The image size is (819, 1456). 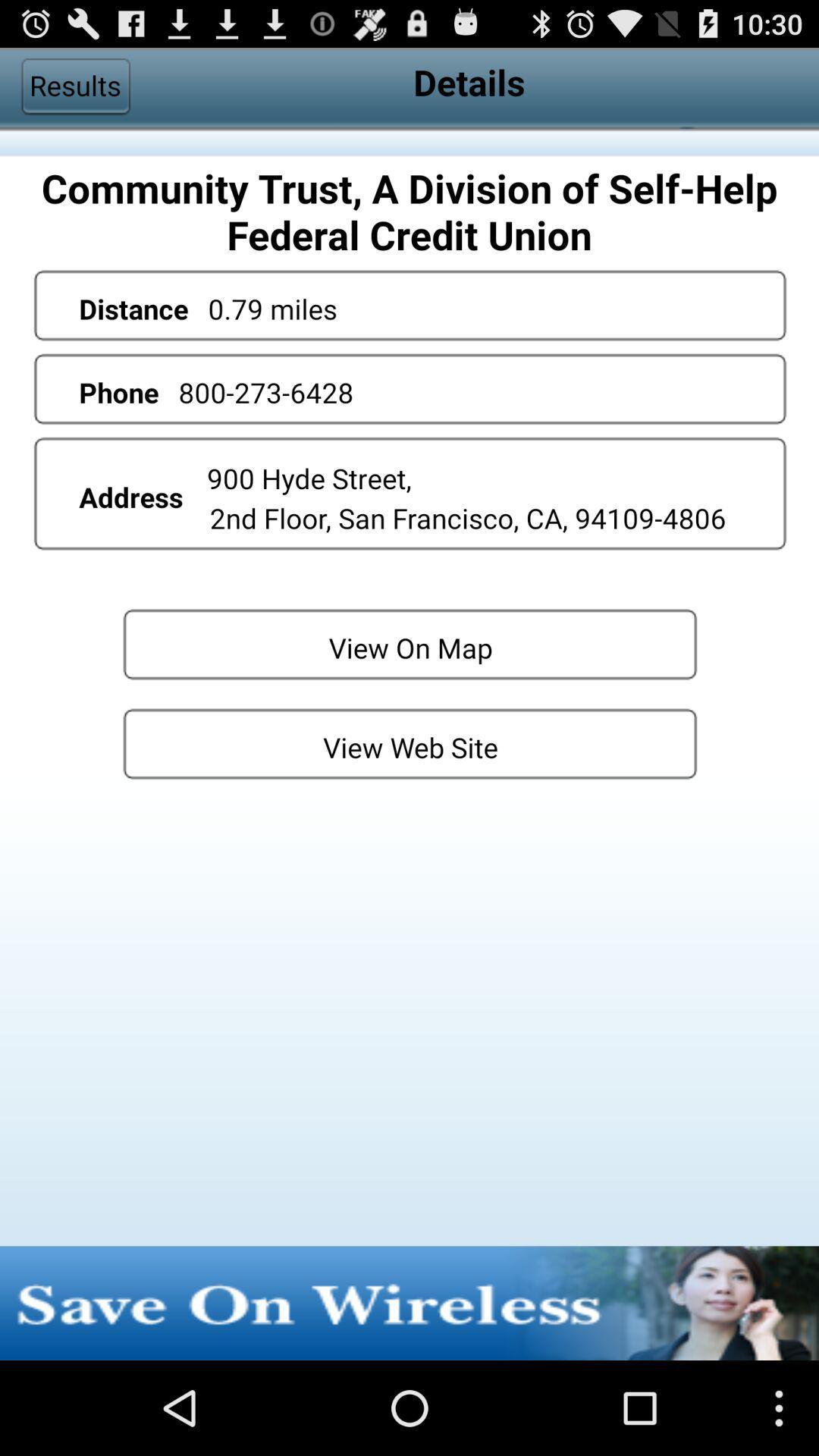 What do you see at coordinates (265, 392) in the screenshot?
I see `the app below the distance item` at bounding box center [265, 392].